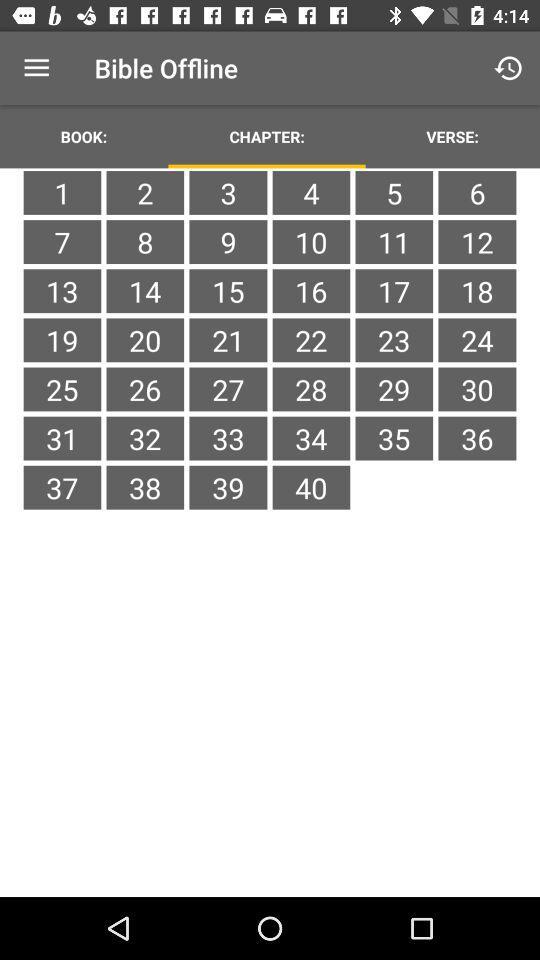 This screenshot has width=540, height=960. What do you see at coordinates (227, 192) in the screenshot?
I see `3` at bounding box center [227, 192].